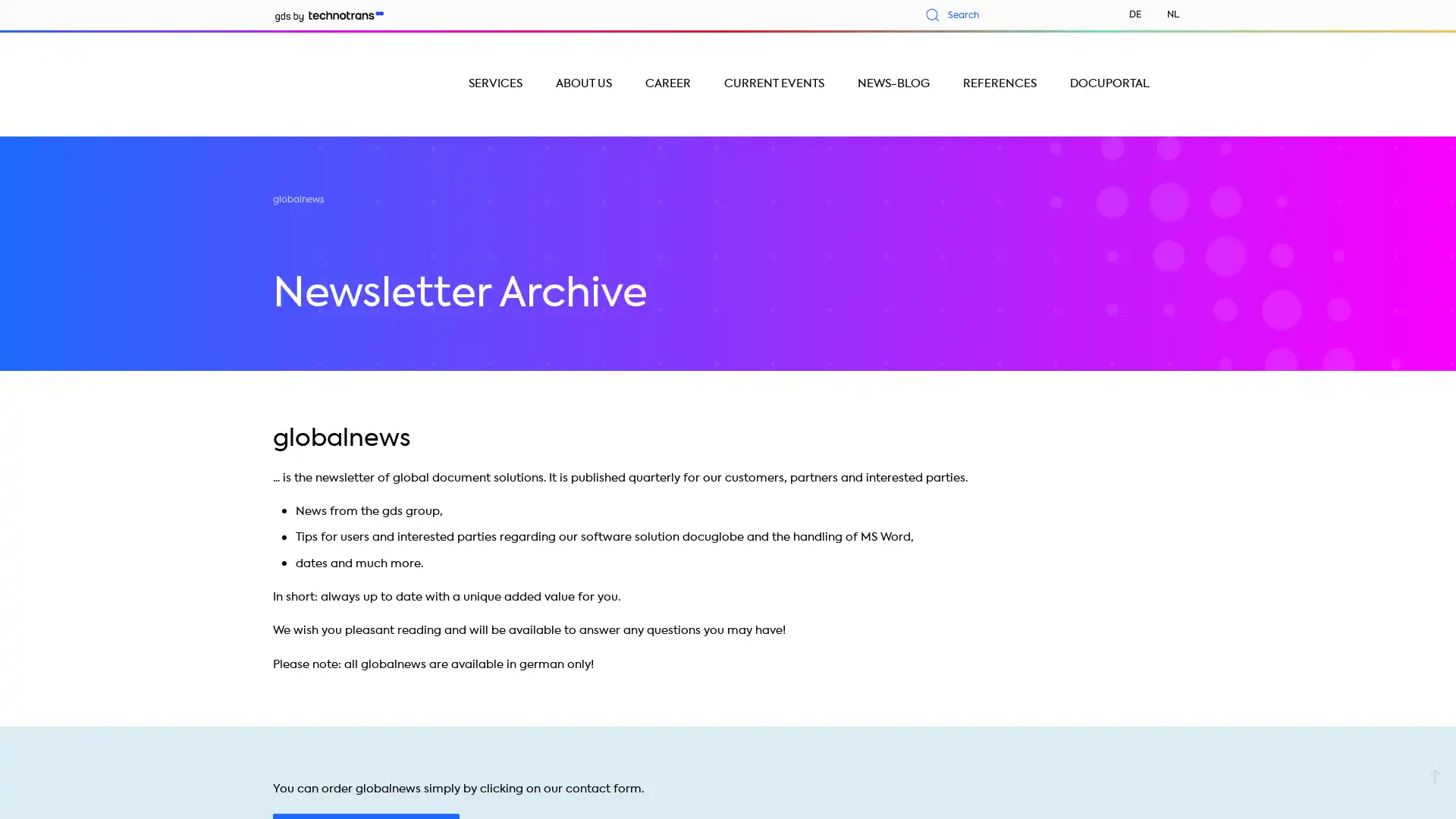 Image resolution: width=1456 pixels, height=819 pixels. Describe the element at coordinates (765, 766) in the screenshot. I see `ACCEPT` at that location.